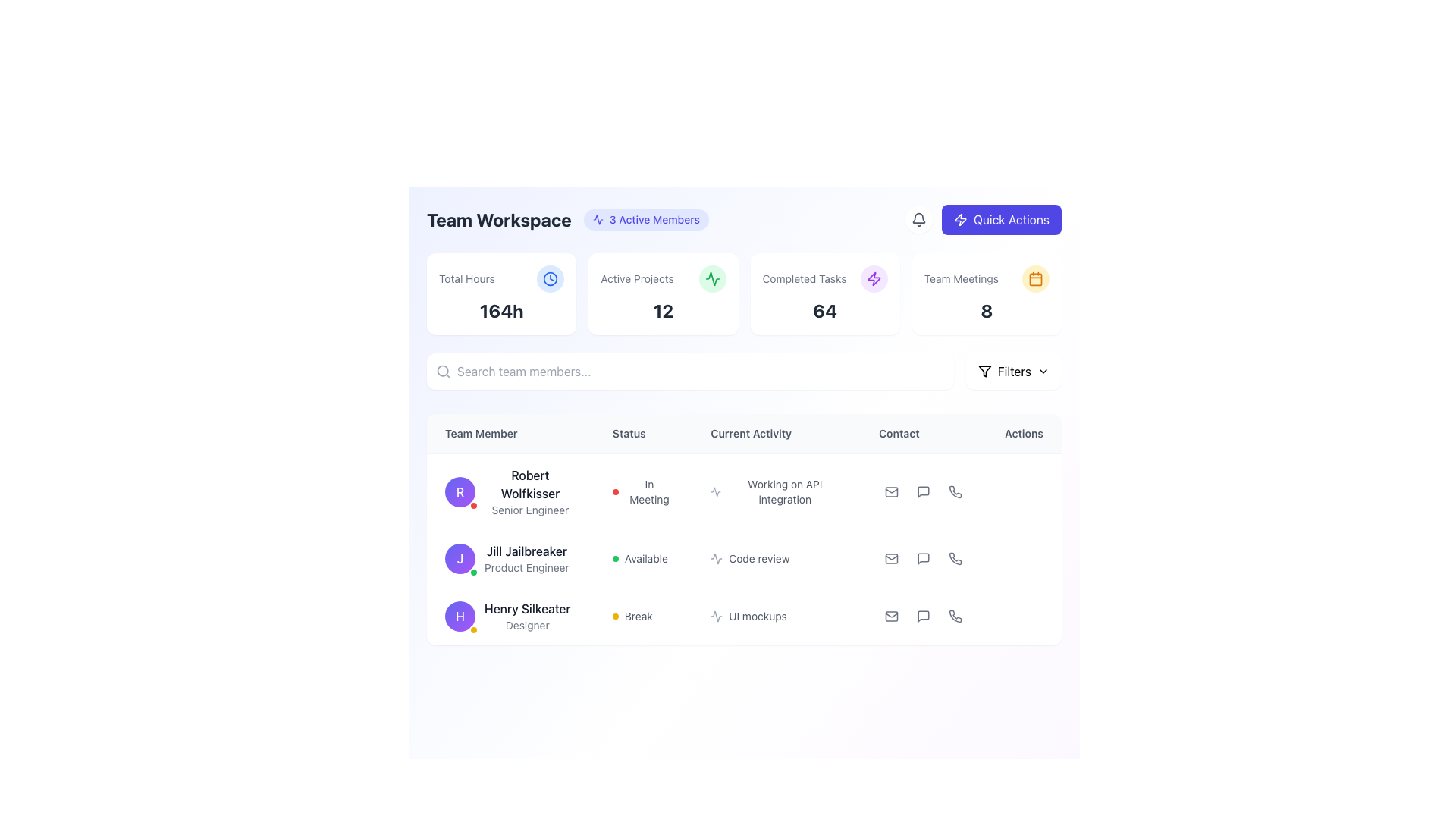 Image resolution: width=1456 pixels, height=819 pixels. I want to click on the 'Quick Actions' text label located within a button in the top-right corner of the interface to interact with the button, so click(1011, 219).